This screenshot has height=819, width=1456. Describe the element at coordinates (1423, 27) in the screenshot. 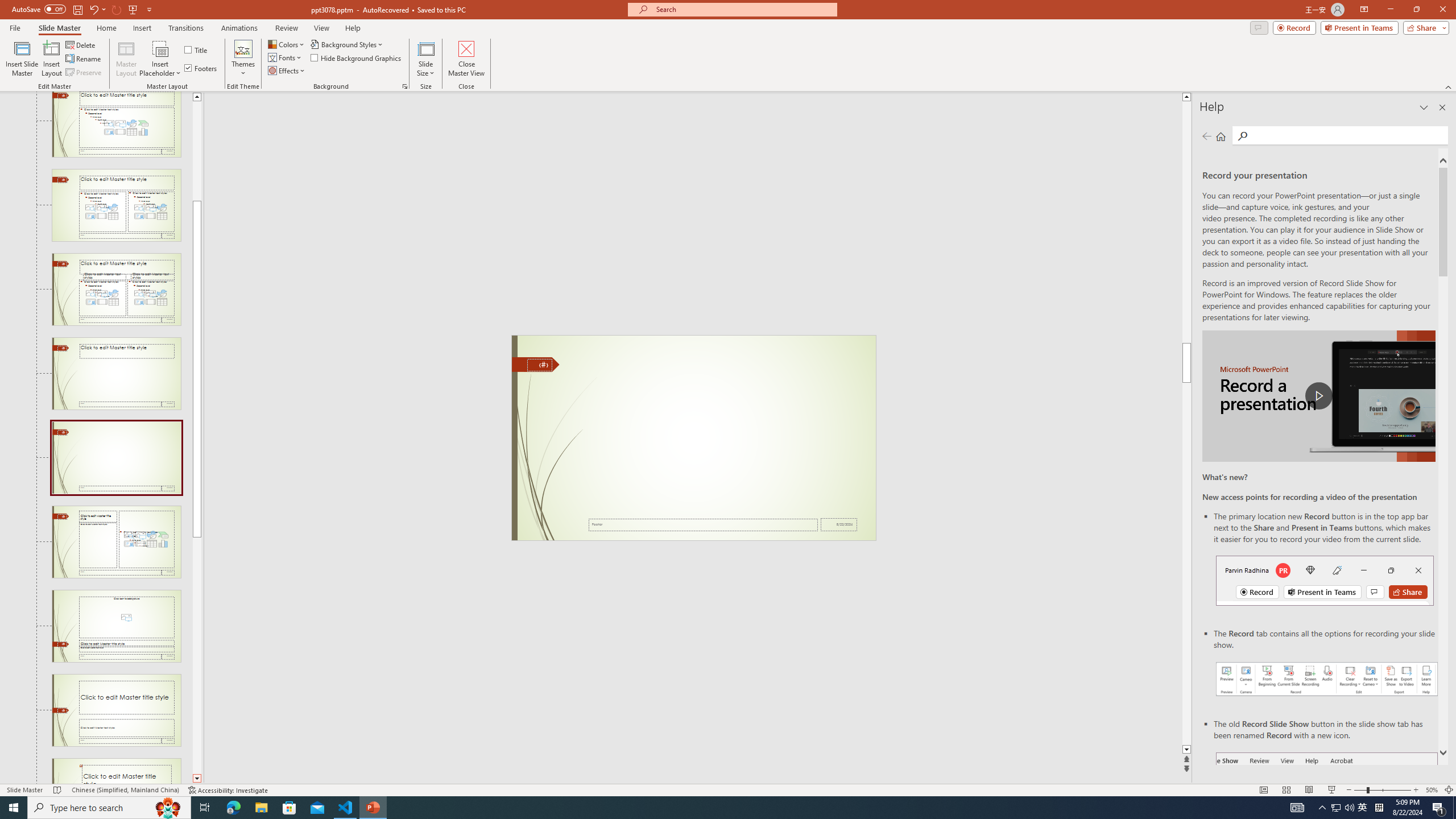

I see `'Share'` at that location.